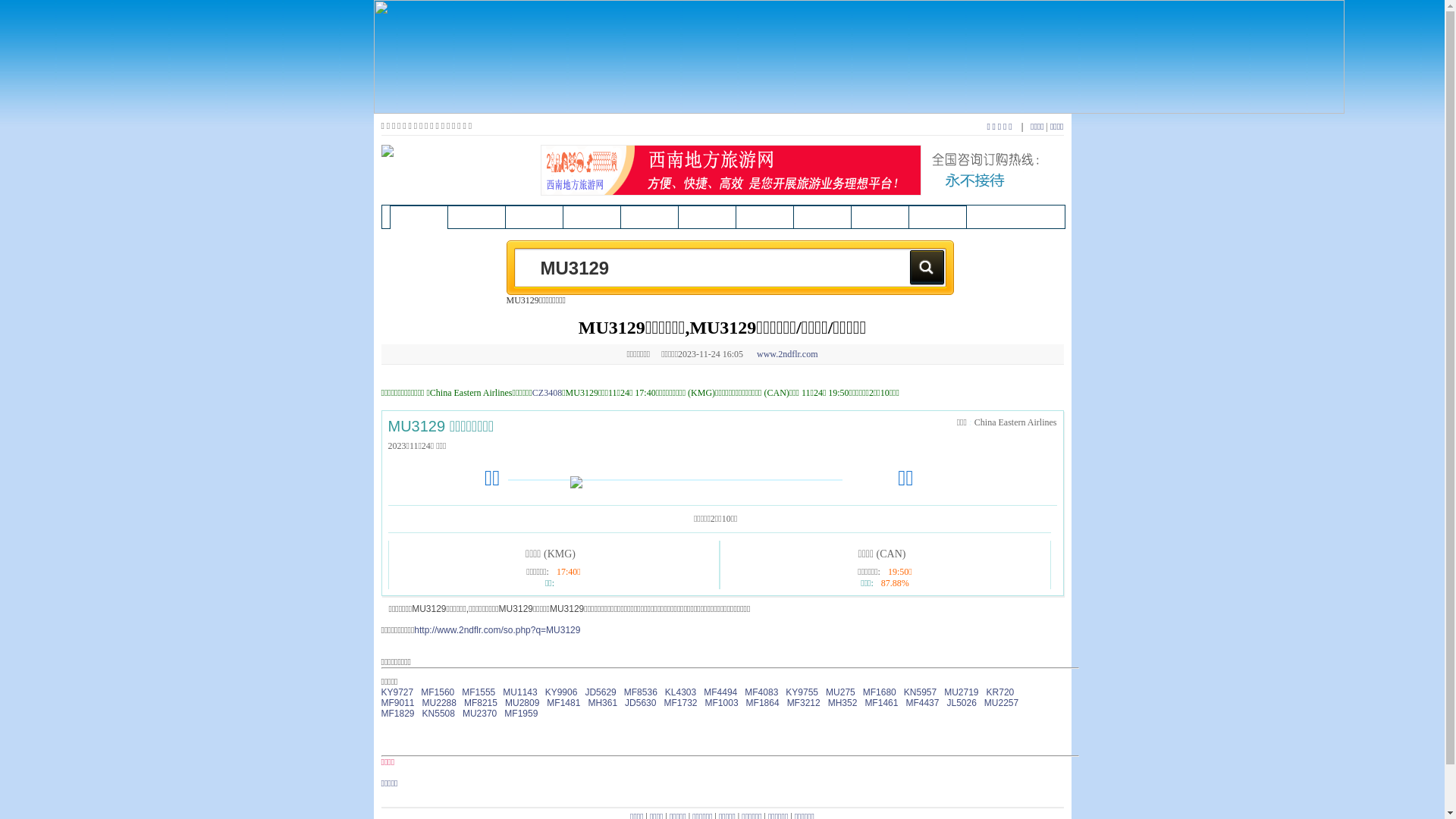 This screenshot has height=819, width=1456. I want to click on 'MF4494', so click(720, 692).